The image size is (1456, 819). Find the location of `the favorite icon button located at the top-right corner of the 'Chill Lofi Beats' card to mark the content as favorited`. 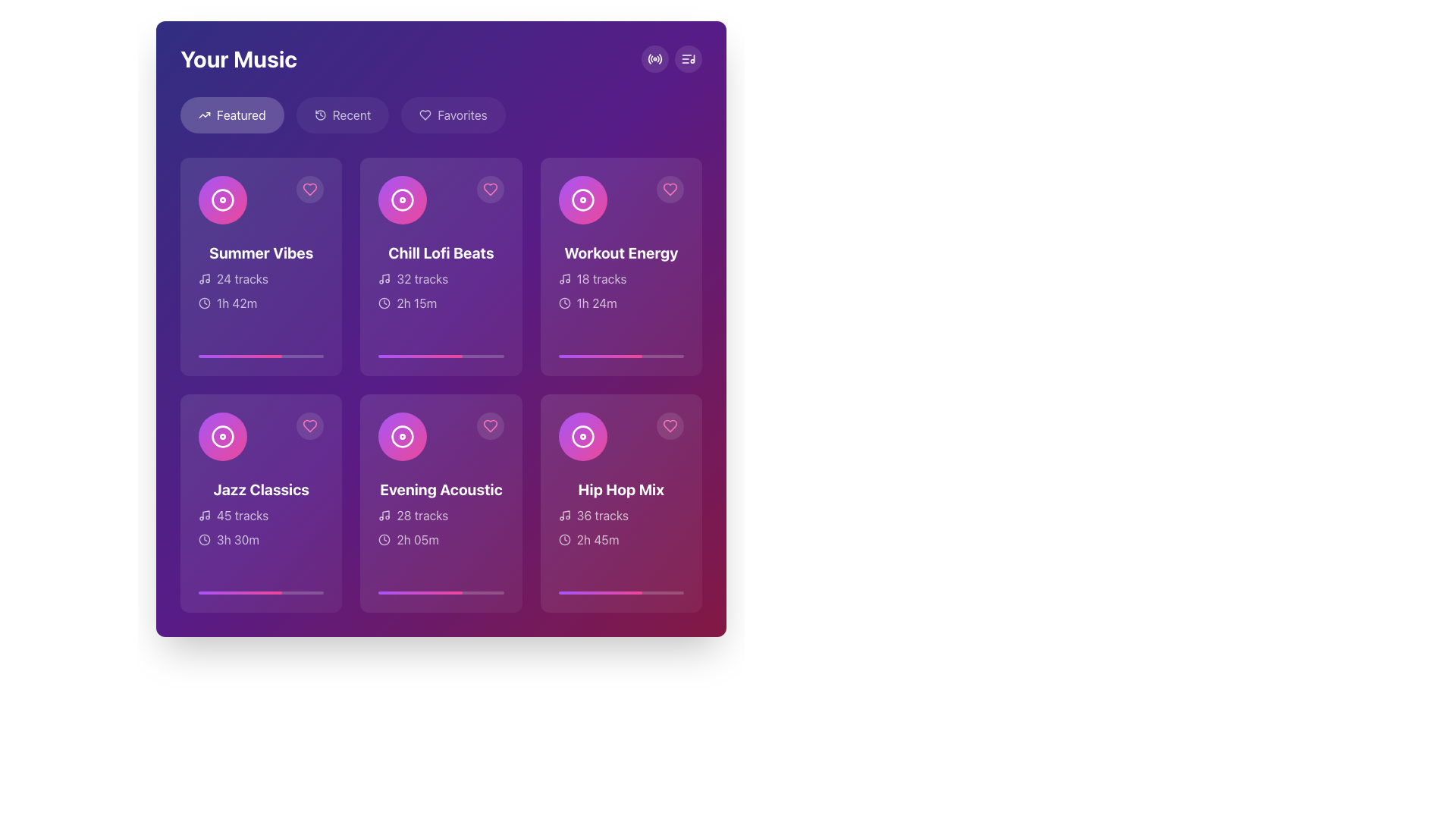

the favorite icon button located at the top-right corner of the 'Chill Lofi Beats' card to mark the content as favorited is located at coordinates (490, 189).